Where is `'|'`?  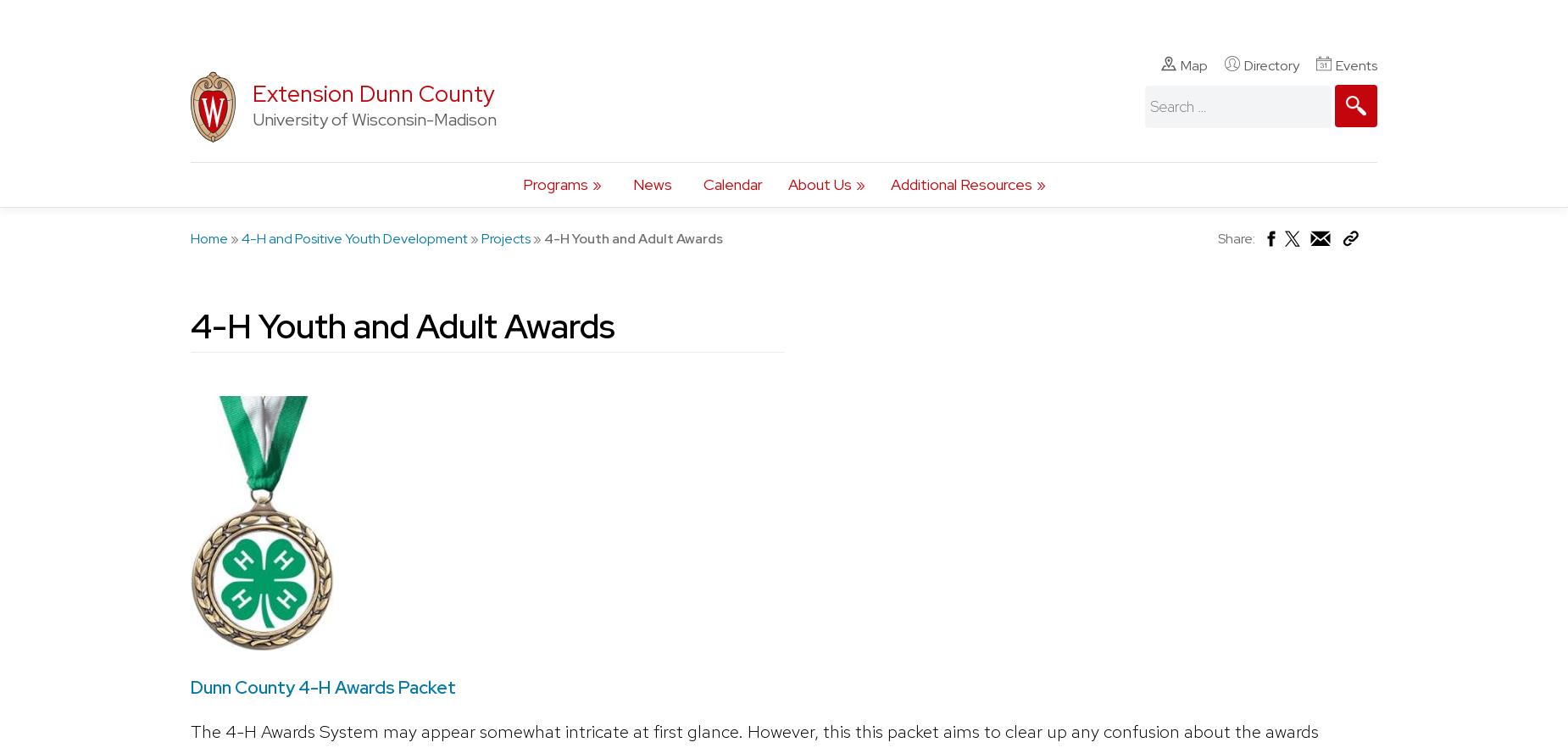 '|' is located at coordinates (212, 18).